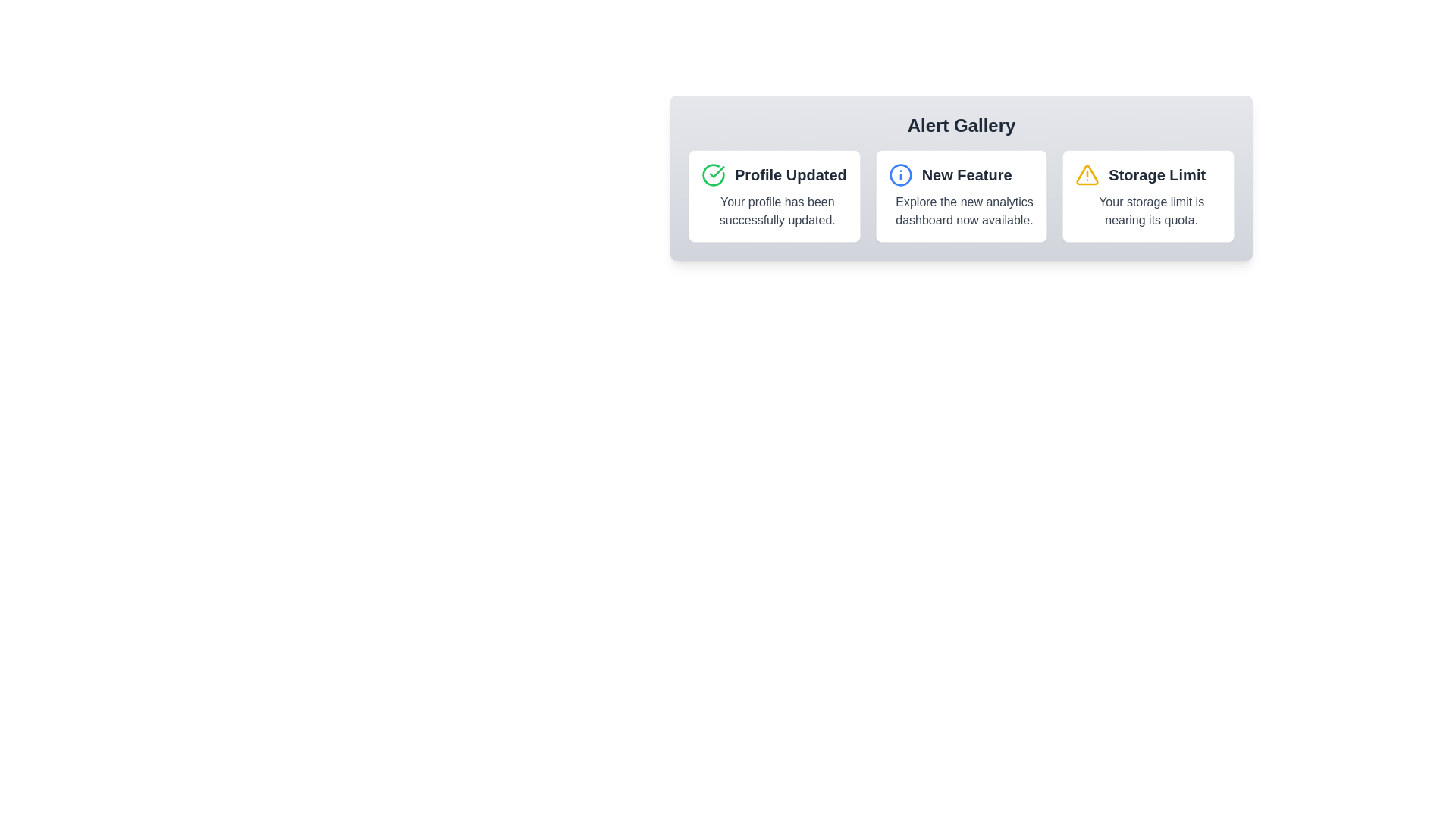  I want to click on the Informational Box about the new analytics dashboard feature located beneath the 'Alert Gallery' heading, so click(960, 195).